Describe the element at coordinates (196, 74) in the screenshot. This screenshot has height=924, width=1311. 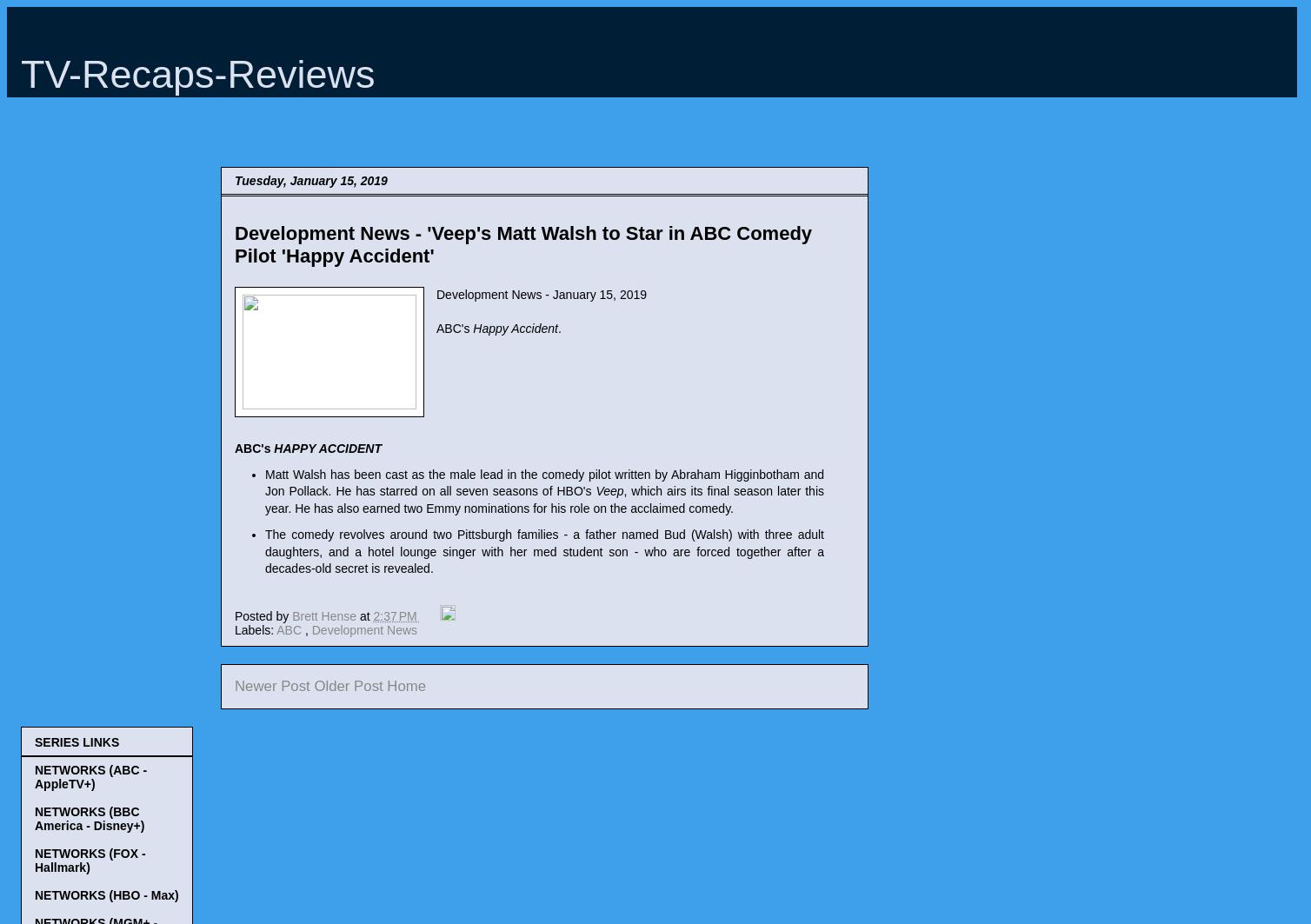
I see `'TV-Recaps-Reviews'` at that location.